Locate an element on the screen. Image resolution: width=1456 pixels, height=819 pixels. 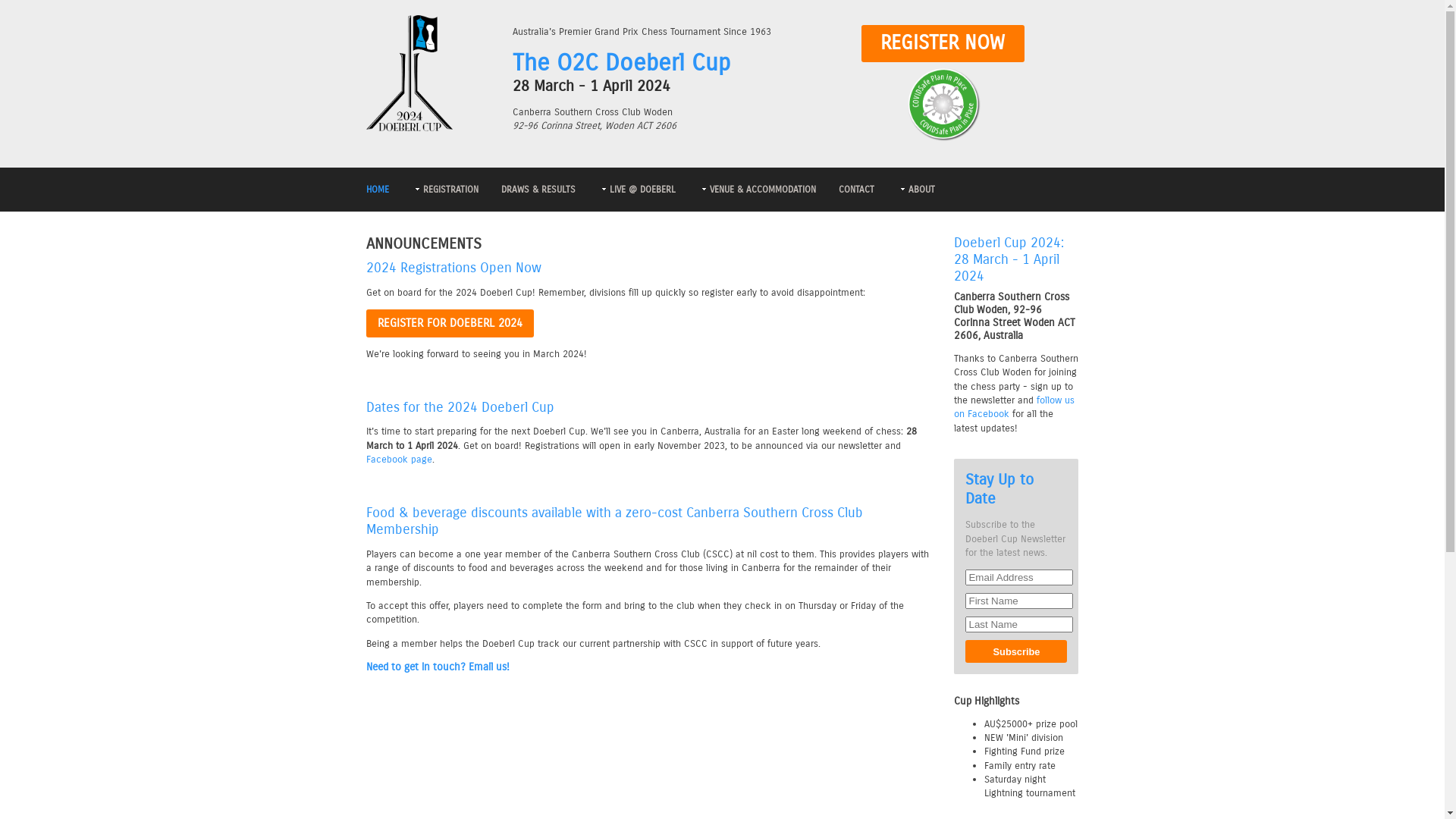
'REGISTRATION' is located at coordinates (443, 189).